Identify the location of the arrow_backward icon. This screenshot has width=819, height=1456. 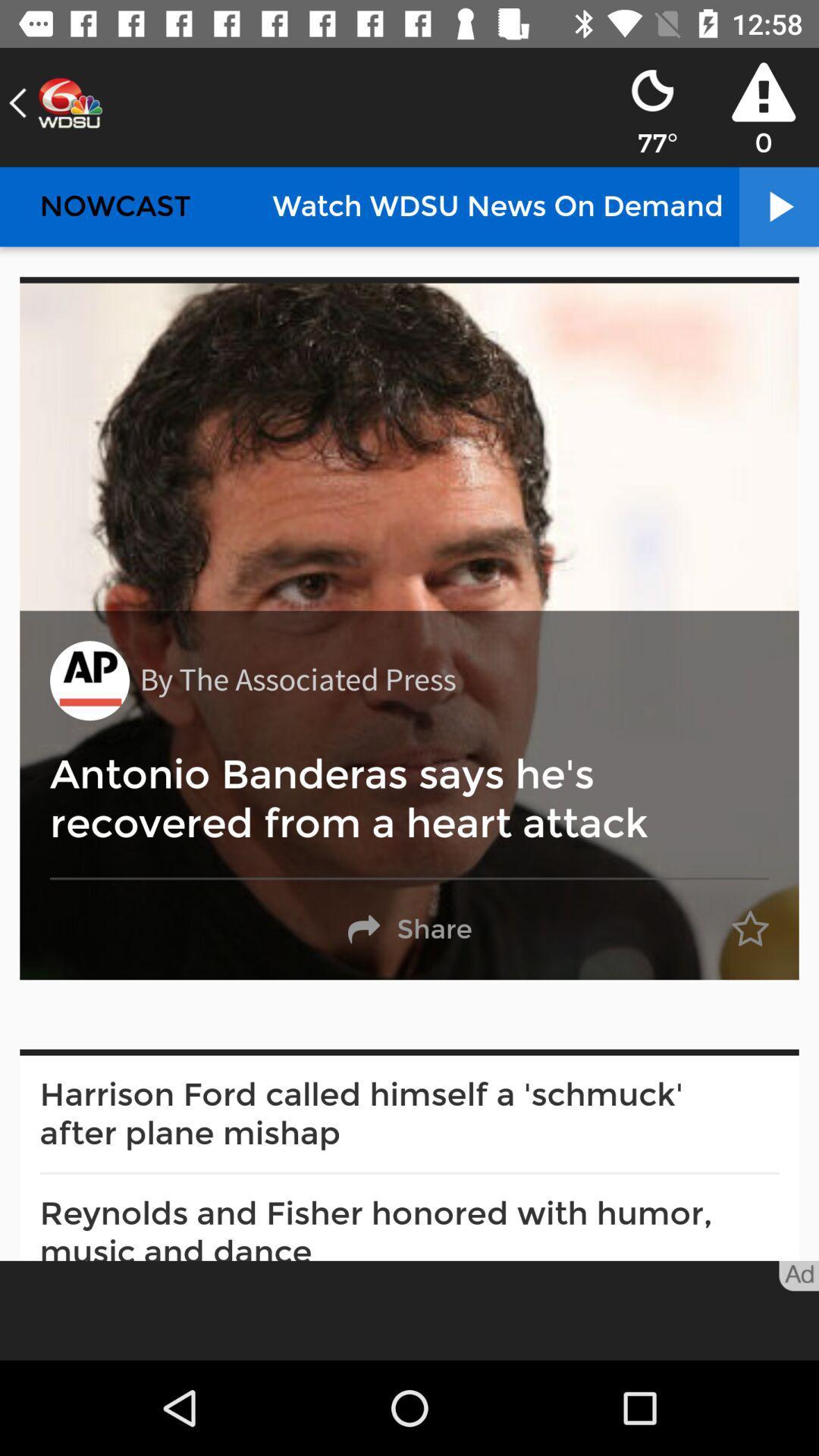
(55, 102).